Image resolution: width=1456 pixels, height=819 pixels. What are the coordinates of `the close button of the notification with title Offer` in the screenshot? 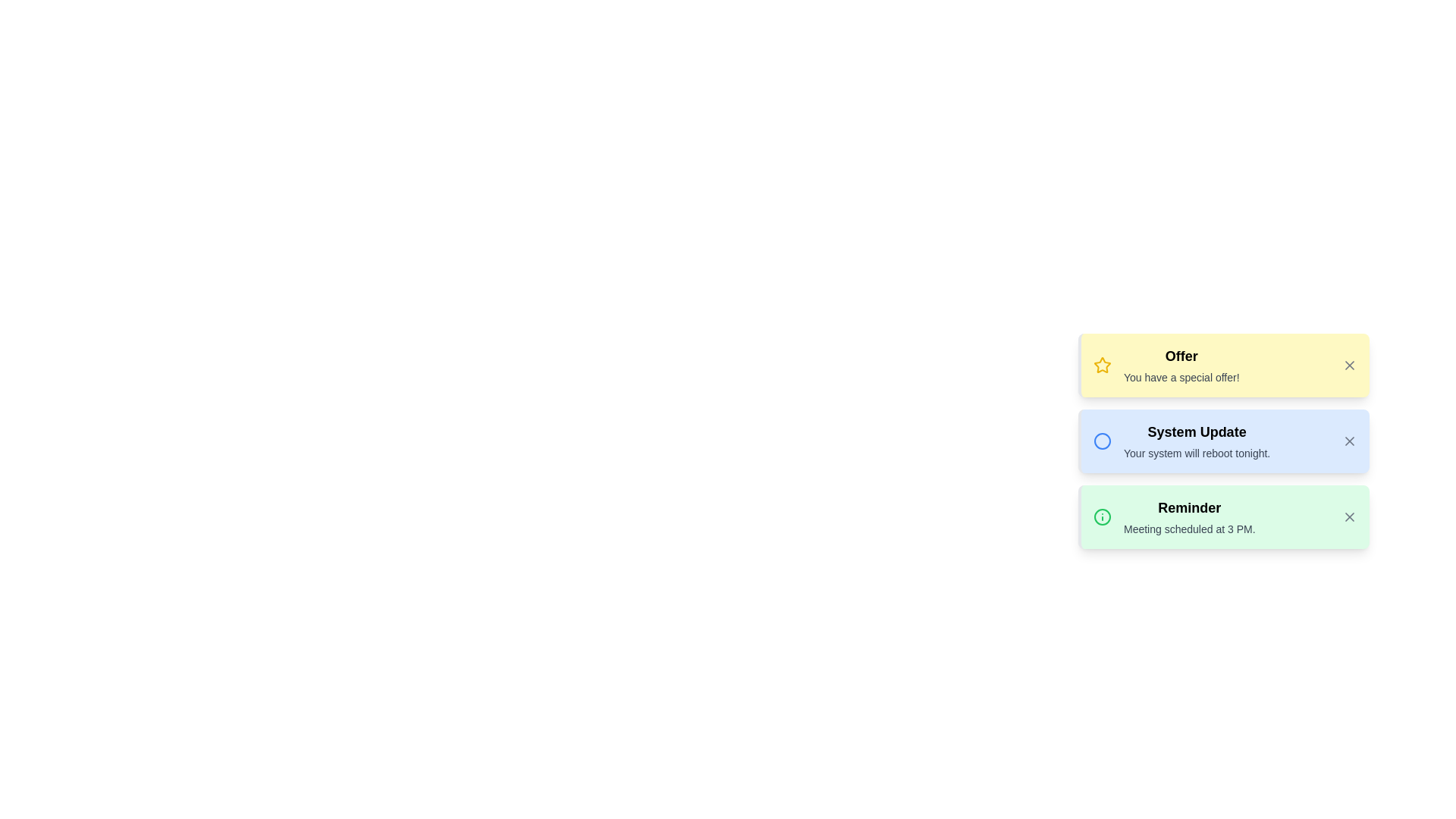 It's located at (1350, 366).